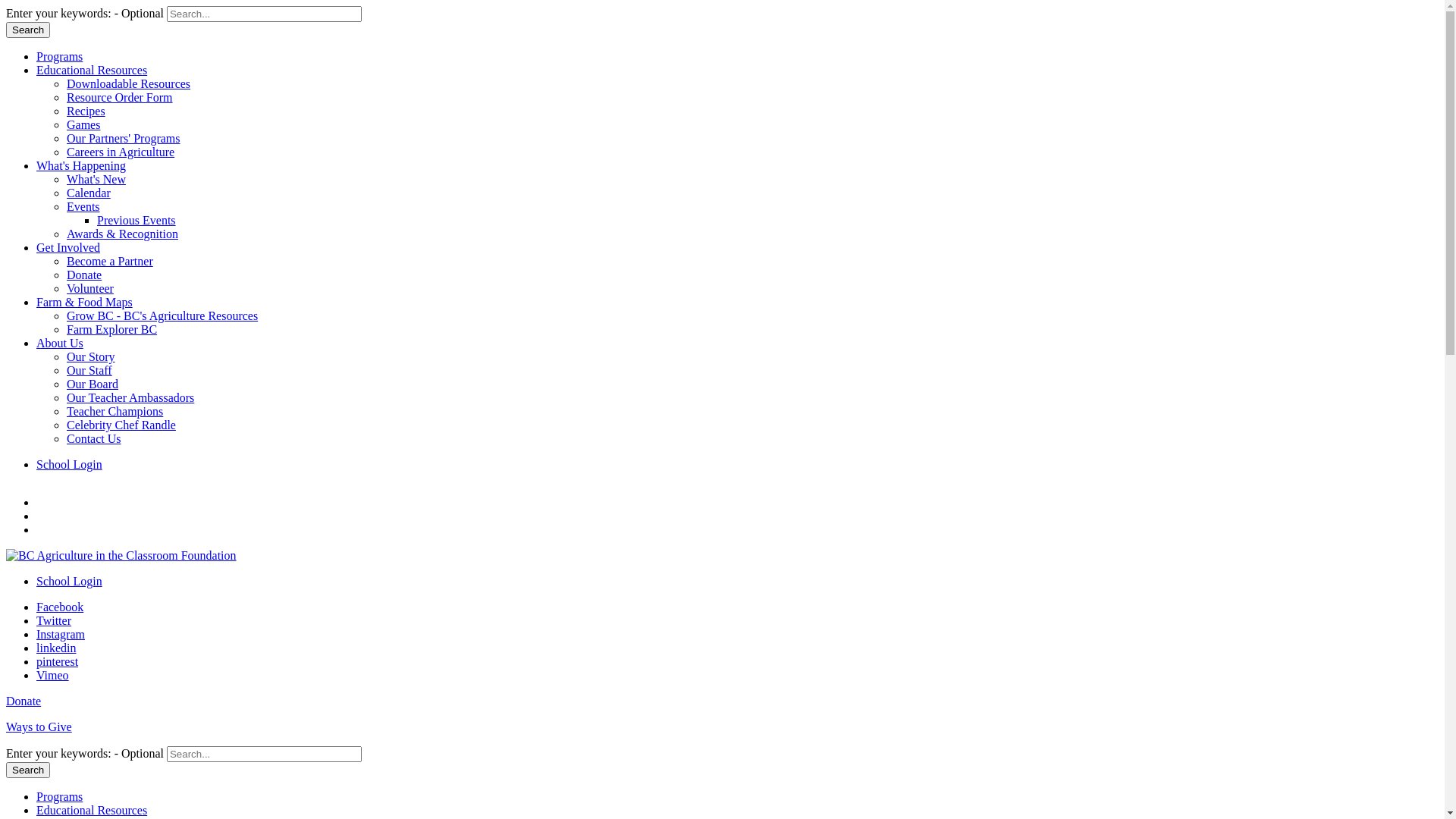 The height and width of the screenshot is (819, 1456). I want to click on 'Careers in Agriculture', so click(119, 152).